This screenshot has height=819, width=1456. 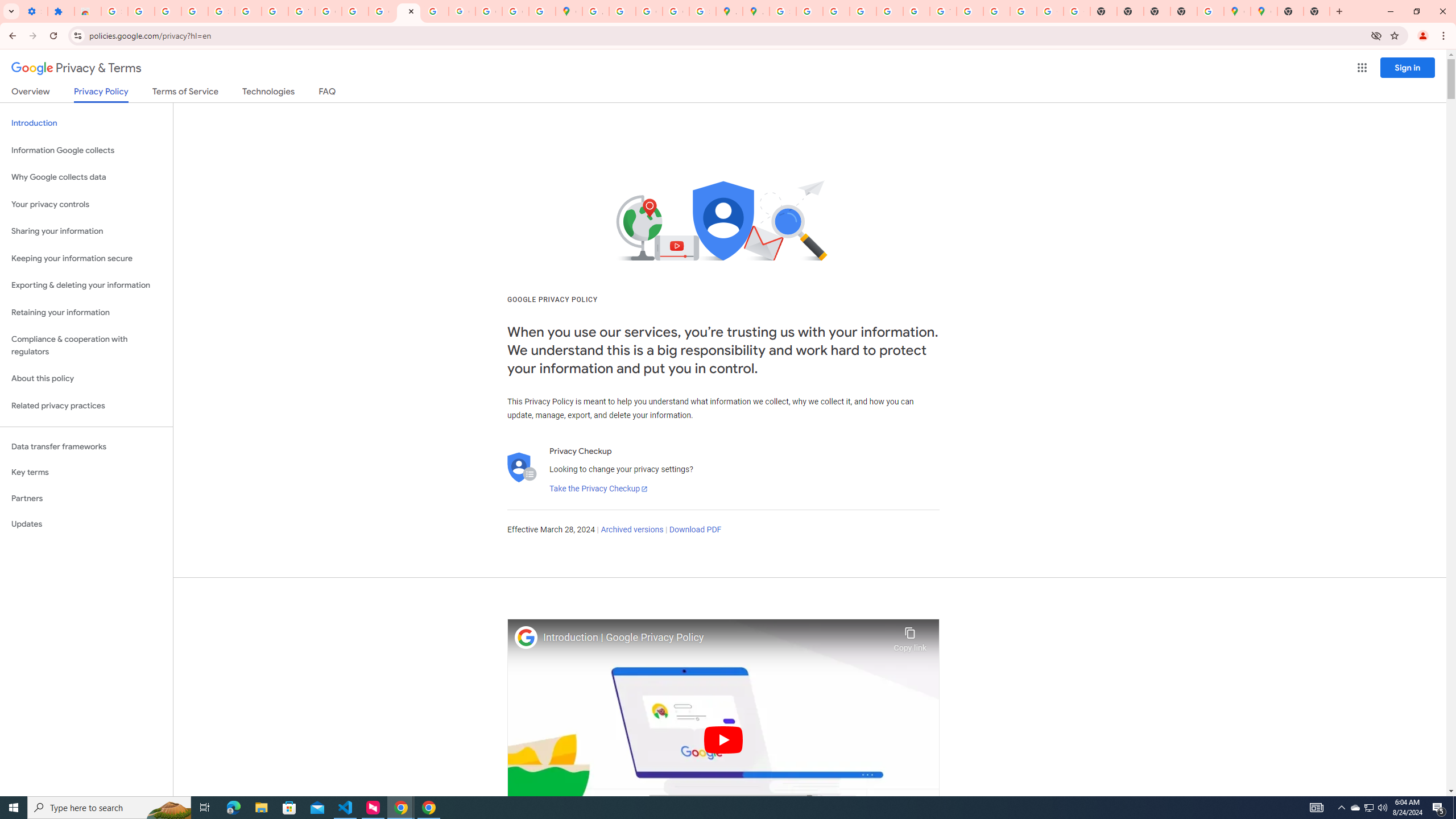 I want to click on 'View site information', so click(x=77, y=35).